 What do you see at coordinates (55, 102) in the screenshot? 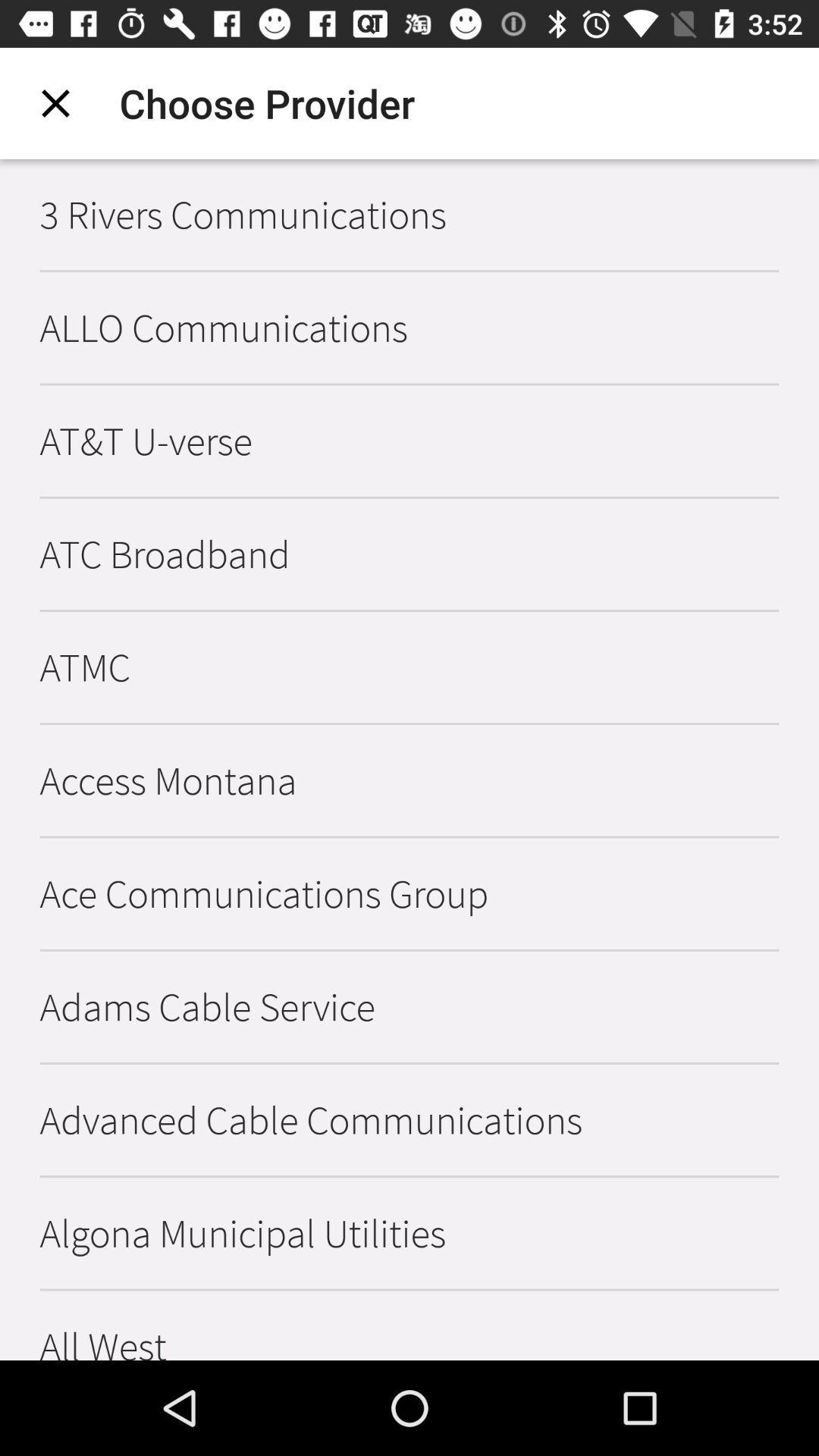
I see `item next to choose provider item` at bounding box center [55, 102].